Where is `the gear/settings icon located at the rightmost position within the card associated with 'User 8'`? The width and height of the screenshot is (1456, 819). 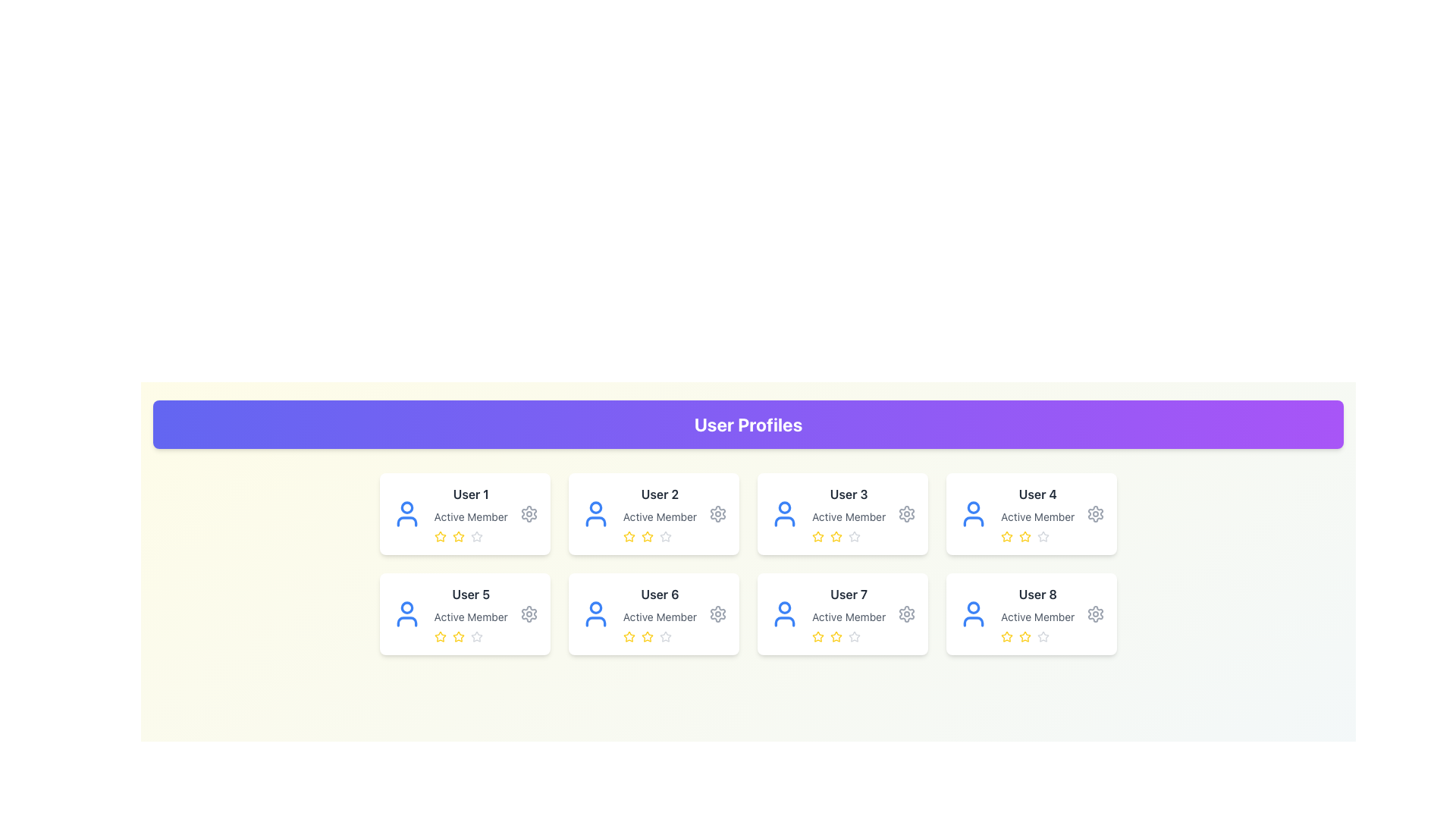 the gear/settings icon located at the rightmost position within the card associated with 'User 8' is located at coordinates (1095, 614).